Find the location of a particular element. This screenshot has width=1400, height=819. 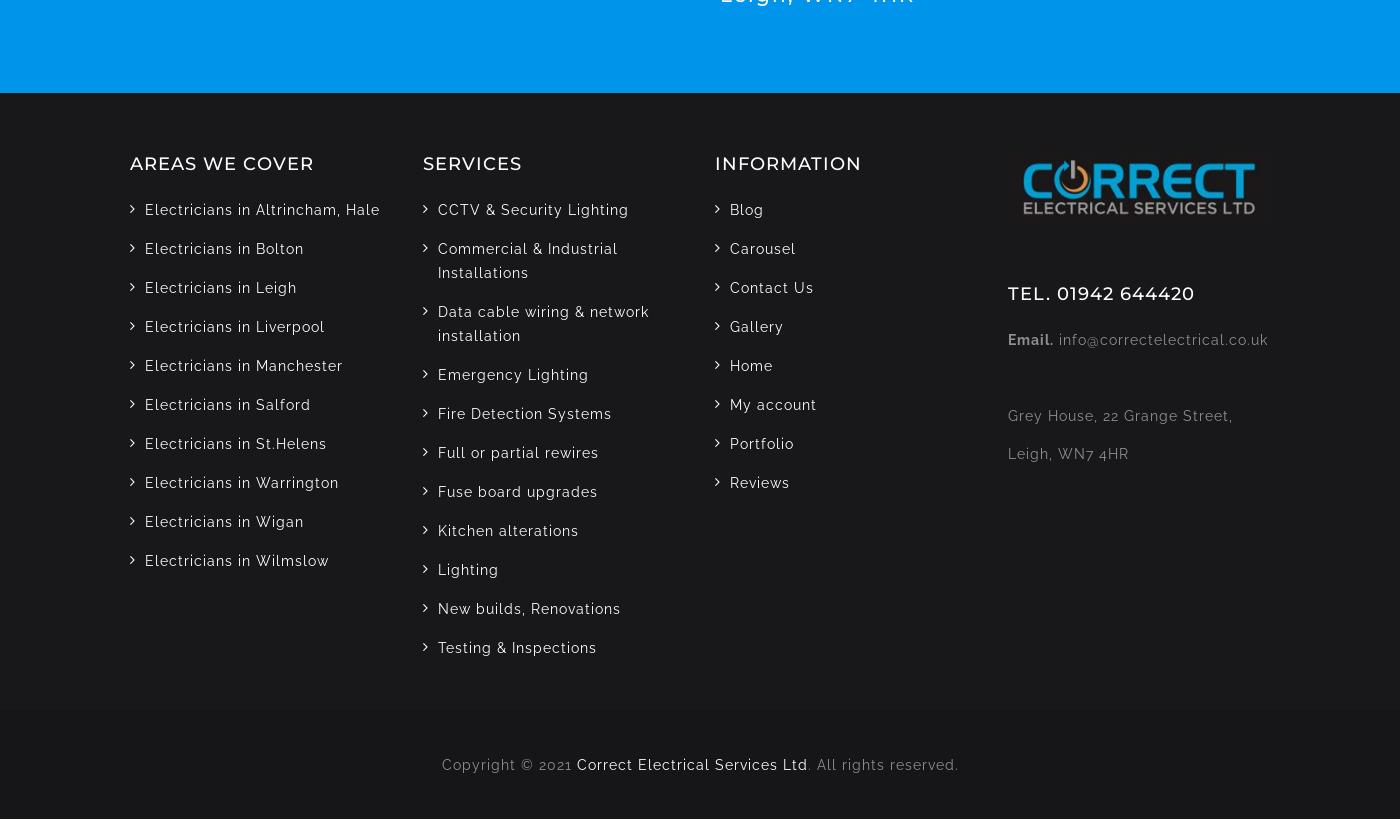

'Data cable wiring & network installation' is located at coordinates (542, 323).